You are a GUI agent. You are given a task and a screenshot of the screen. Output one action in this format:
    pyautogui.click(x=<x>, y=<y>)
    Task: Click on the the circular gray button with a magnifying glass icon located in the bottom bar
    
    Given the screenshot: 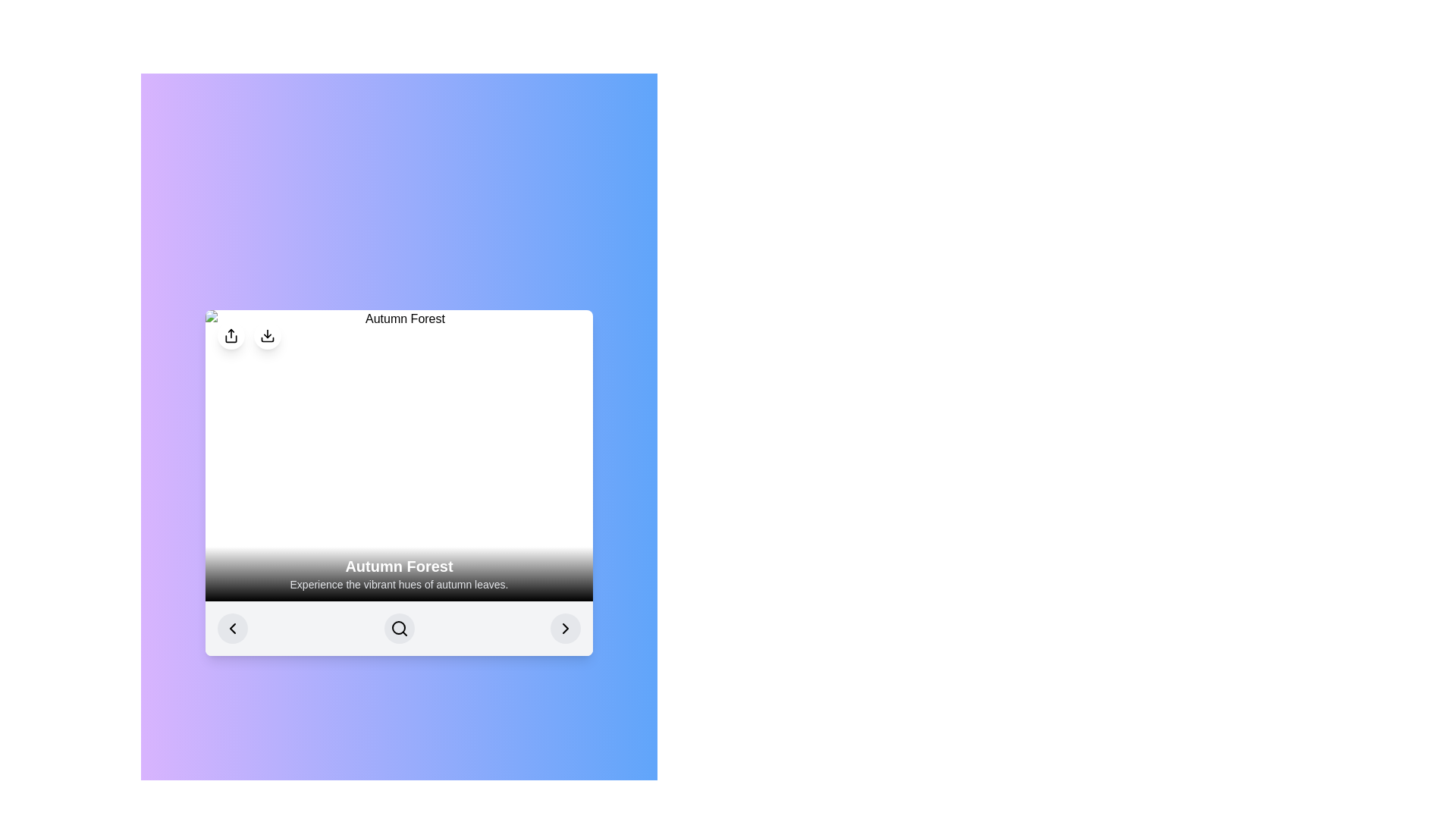 What is the action you would take?
    pyautogui.click(x=399, y=629)
    